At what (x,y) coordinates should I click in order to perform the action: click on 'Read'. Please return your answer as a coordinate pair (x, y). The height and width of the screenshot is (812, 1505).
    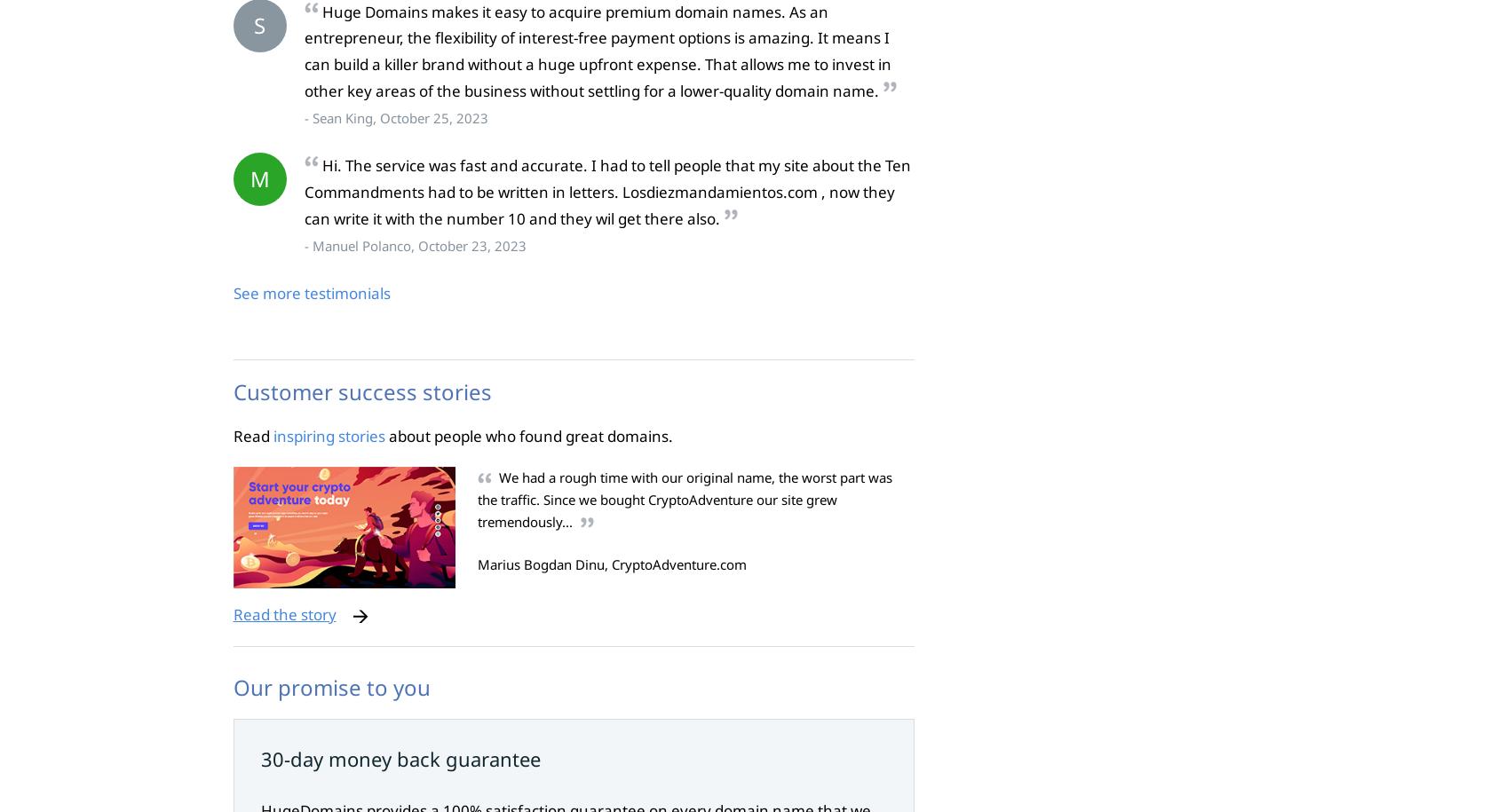
    Looking at the image, I should click on (252, 434).